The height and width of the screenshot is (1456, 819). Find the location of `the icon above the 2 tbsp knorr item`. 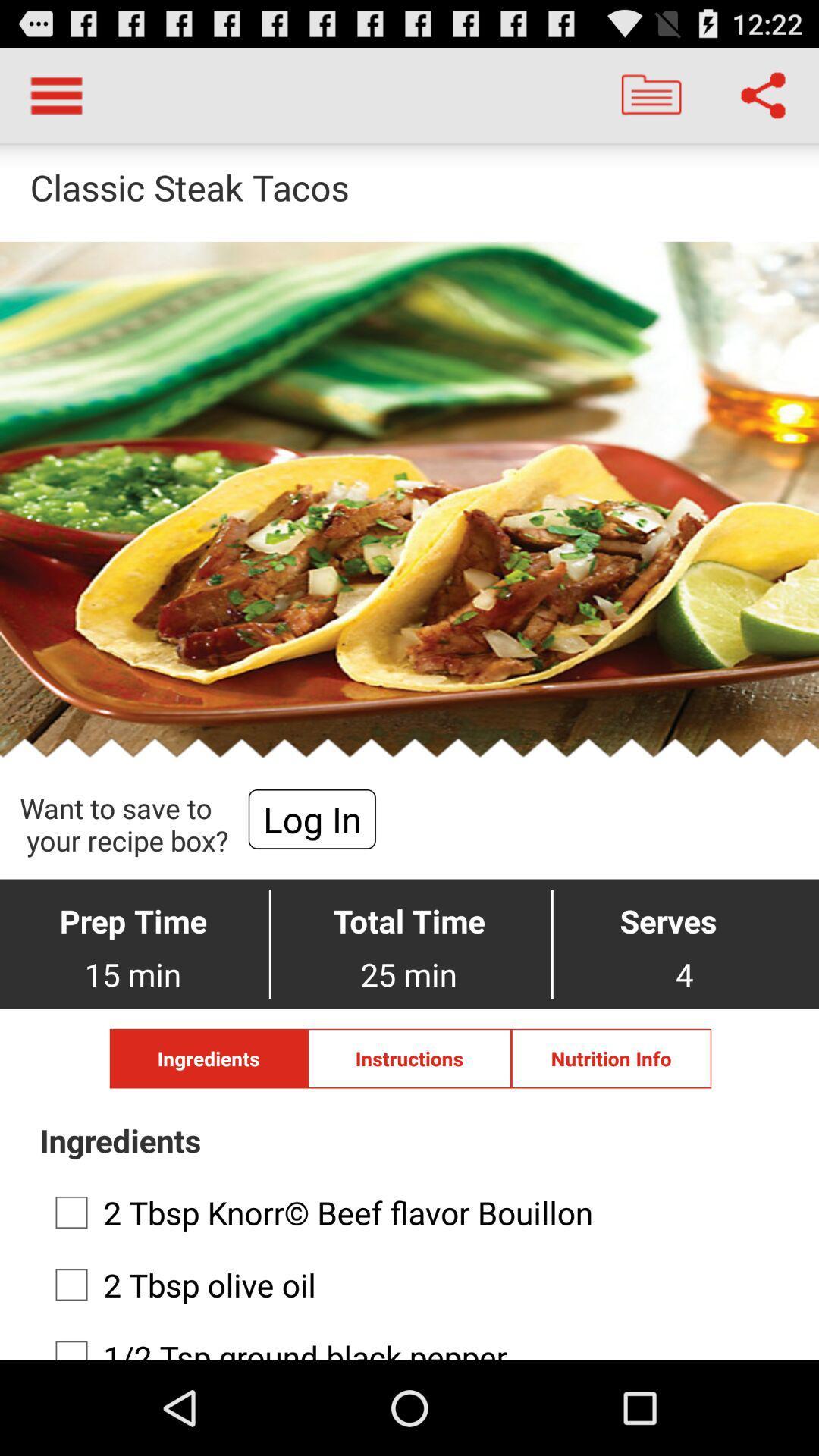

the icon above the 2 tbsp knorr item is located at coordinates (610, 1058).